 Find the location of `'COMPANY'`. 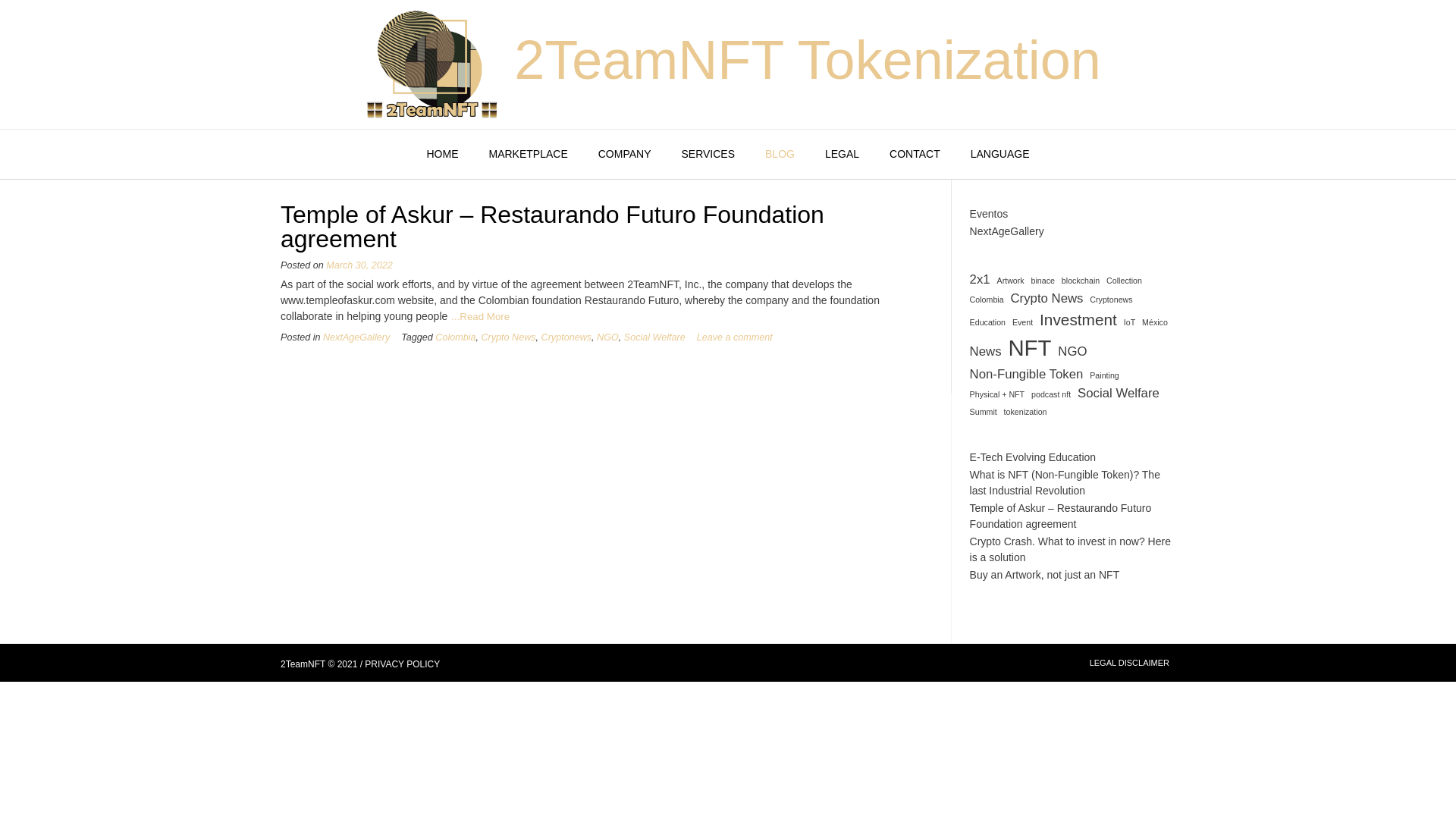

'COMPANY' is located at coordinates (625, 155).